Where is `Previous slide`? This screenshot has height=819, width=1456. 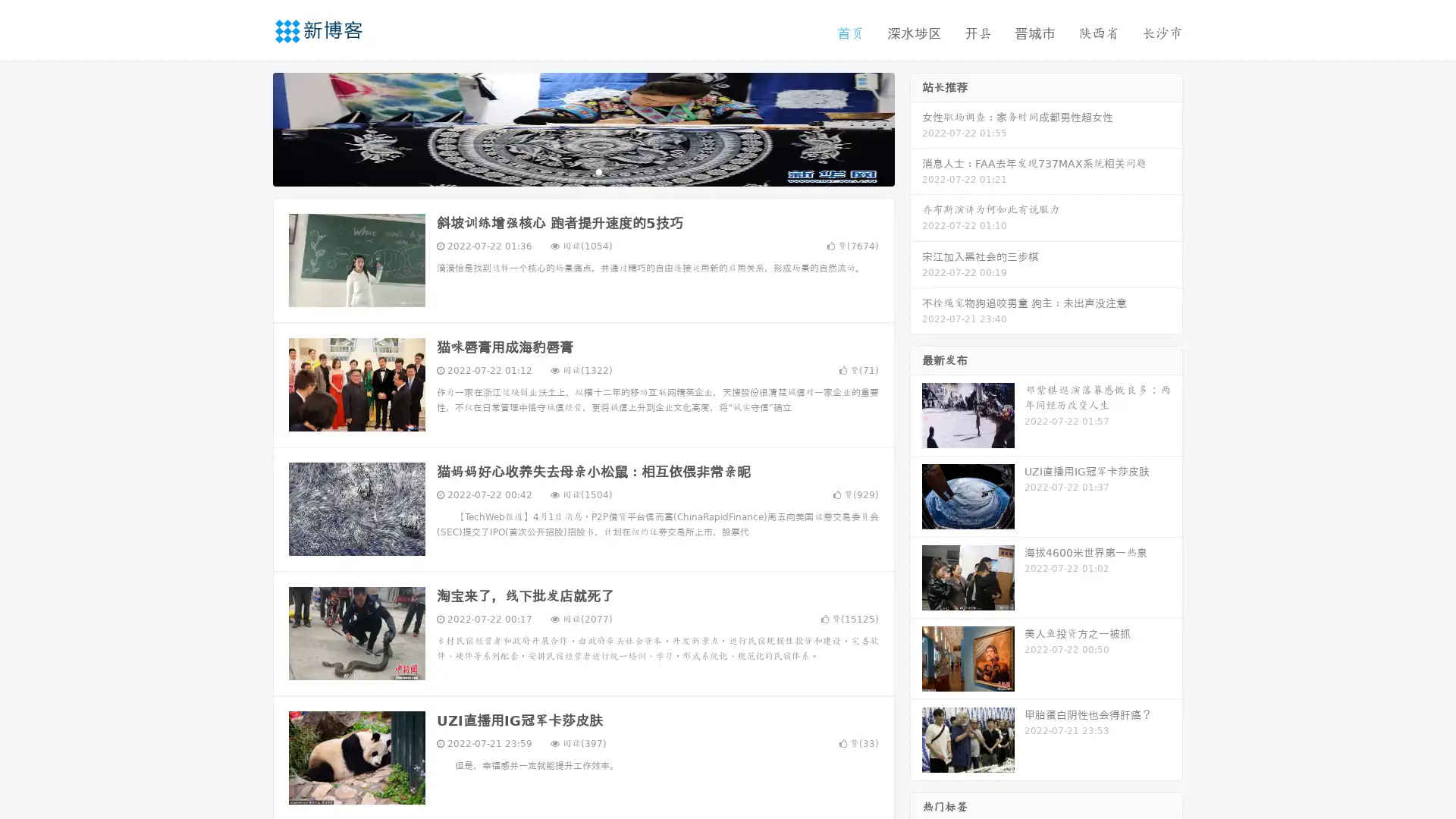
Previous slide is located at coordinates (250, 127).